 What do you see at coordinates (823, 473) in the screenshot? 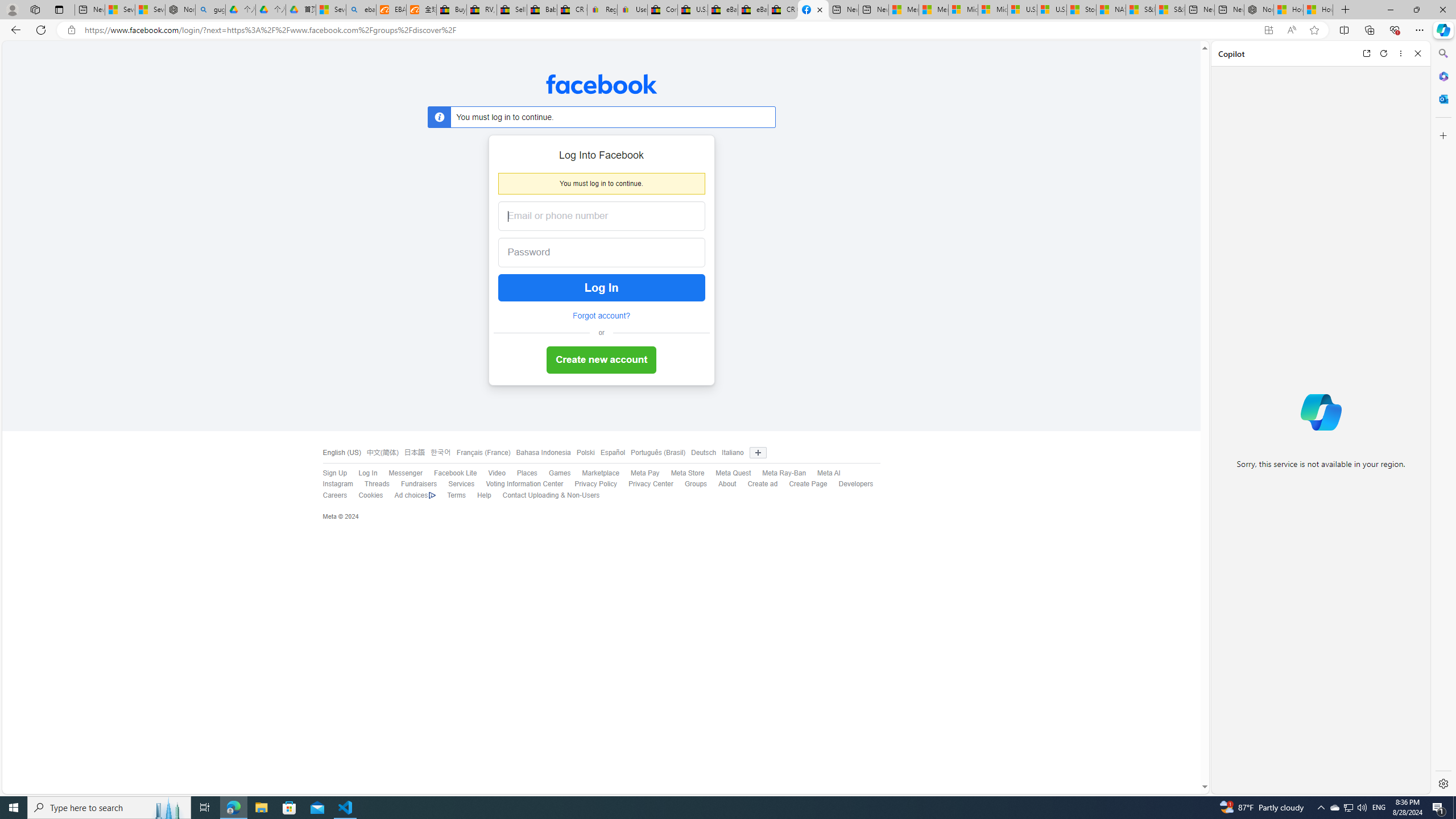
I see `'Meta AI'` at bounding box center [823, 473].